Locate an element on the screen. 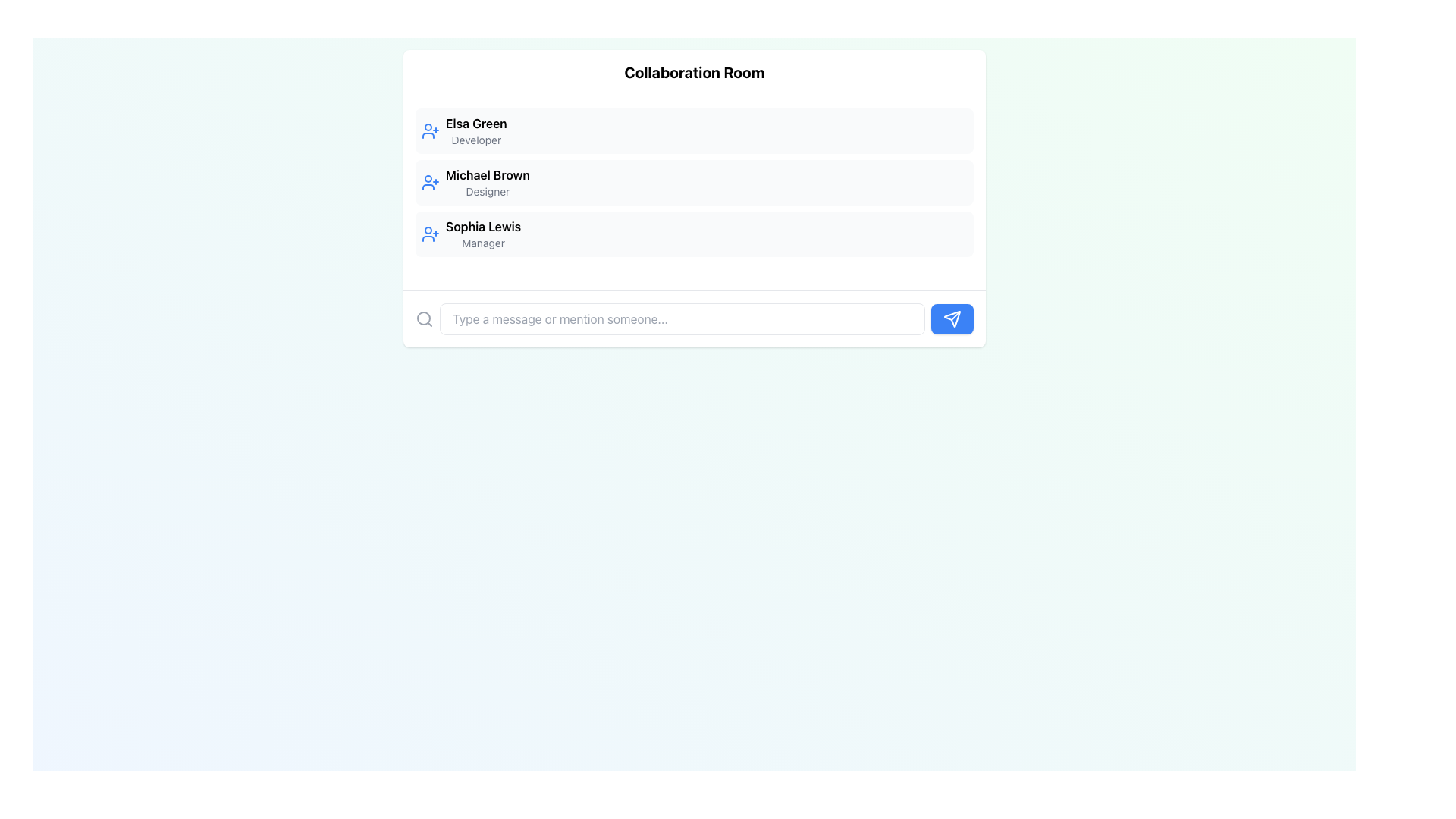  the search icon located at the bottom-left corner of the input area, which indicates the input field for searching or typing is located at coordinates (425, 318).